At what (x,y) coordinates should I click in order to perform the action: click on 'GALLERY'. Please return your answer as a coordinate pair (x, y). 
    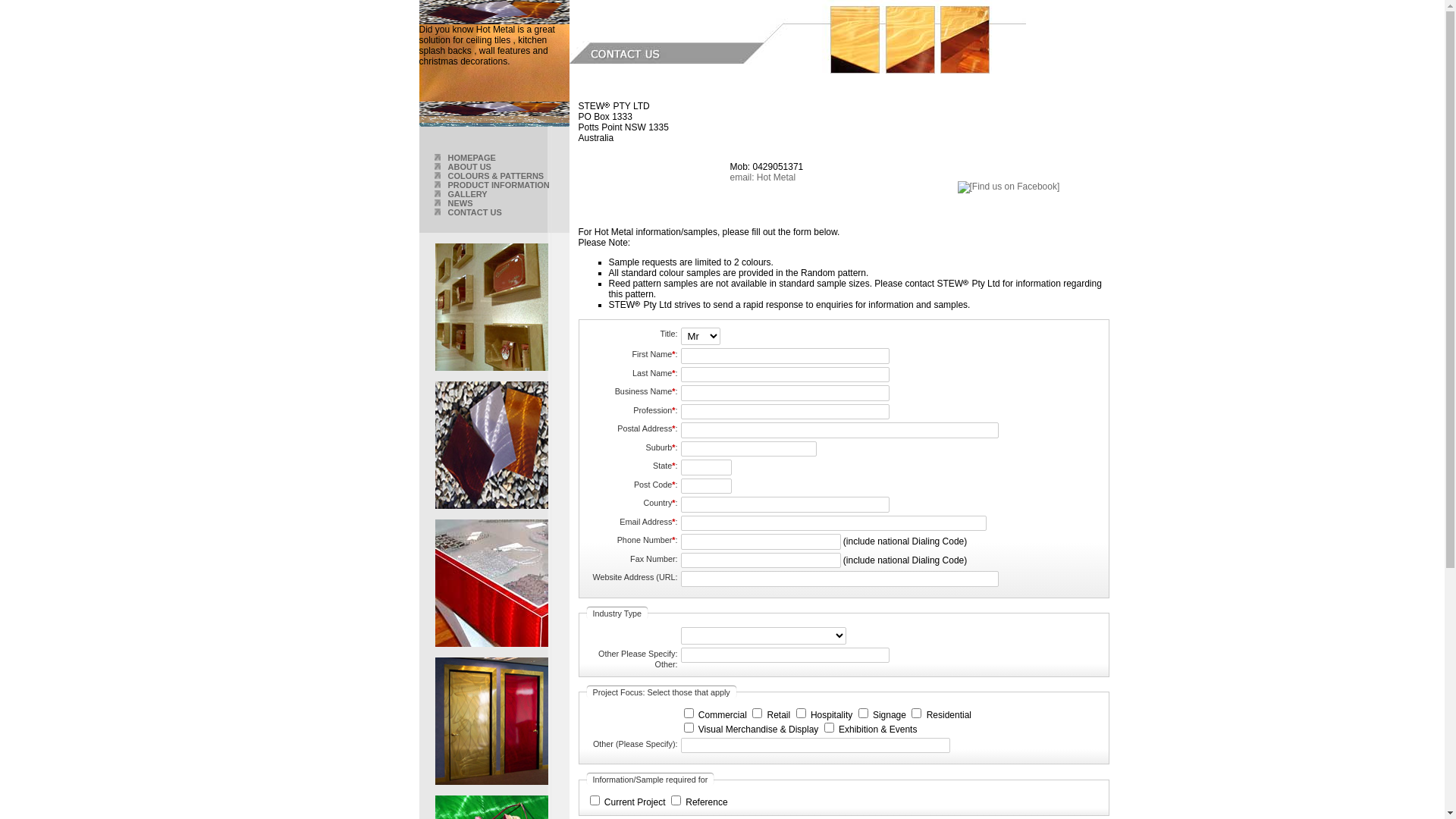
    Looking at the image, I should click on (466, 193).